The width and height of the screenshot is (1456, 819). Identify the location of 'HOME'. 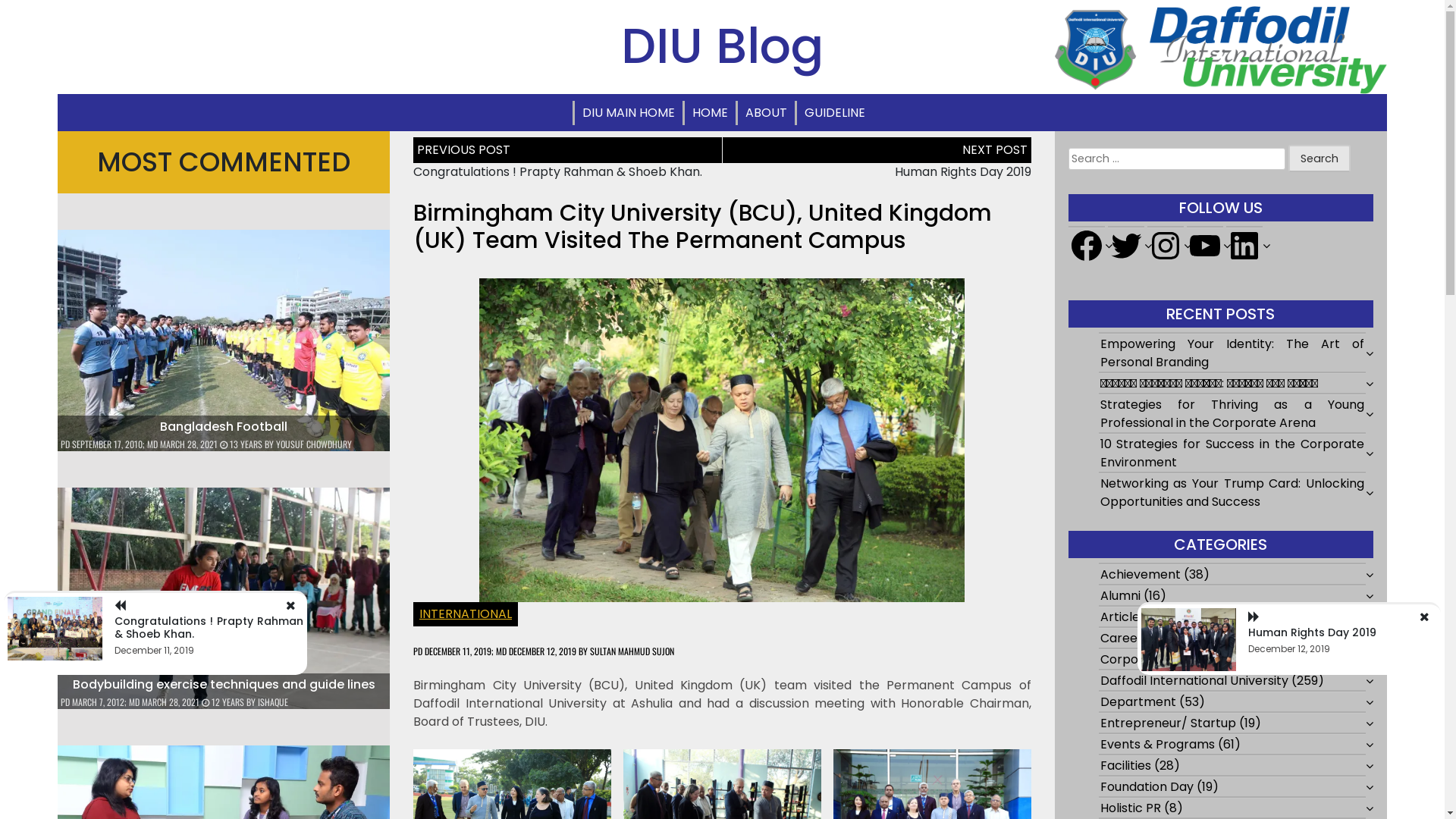
(708, 112).